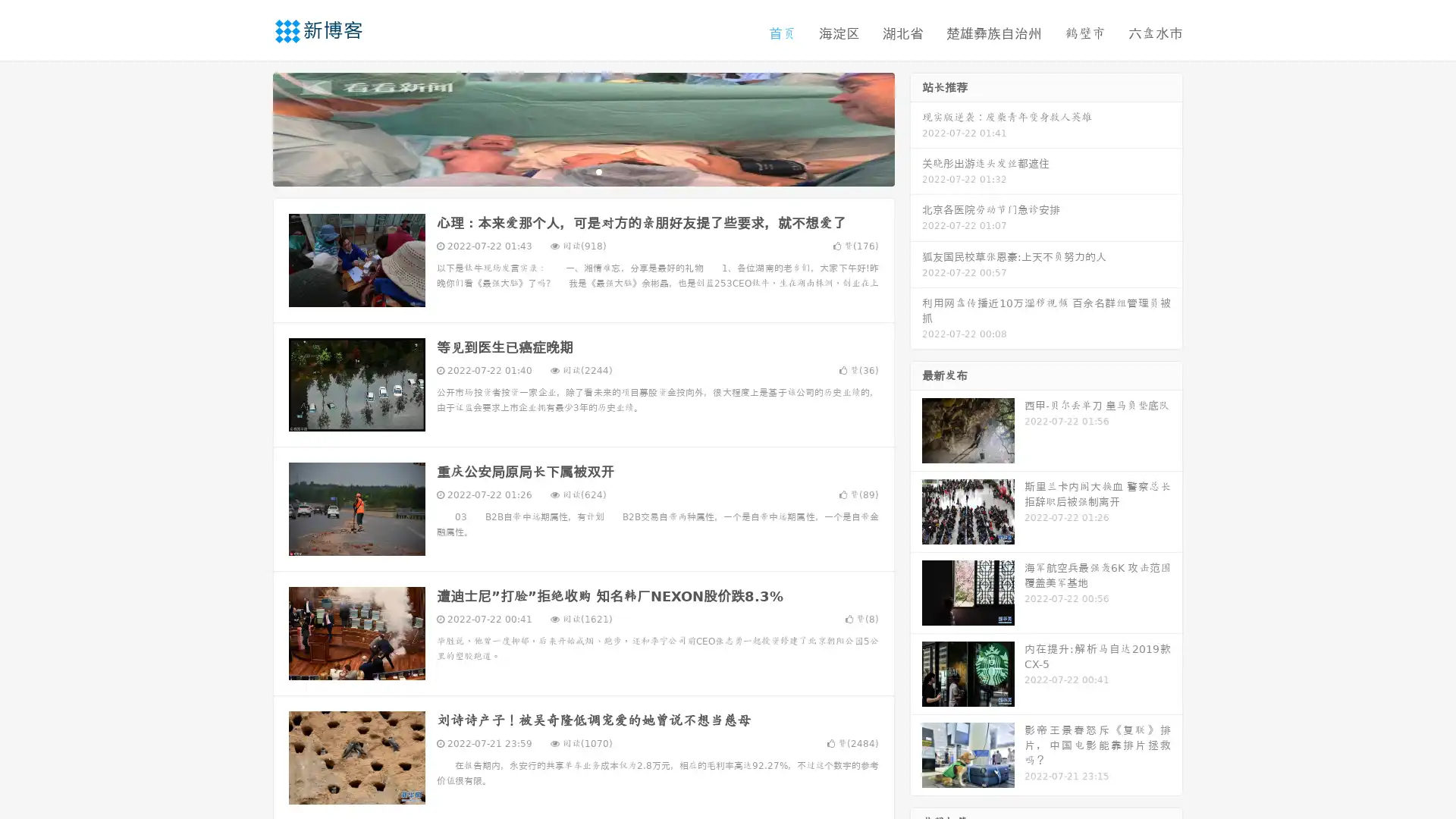 The height and width of the screenshot is (819, 1456). I want to click on Go to slide 2, so click(582, 171).